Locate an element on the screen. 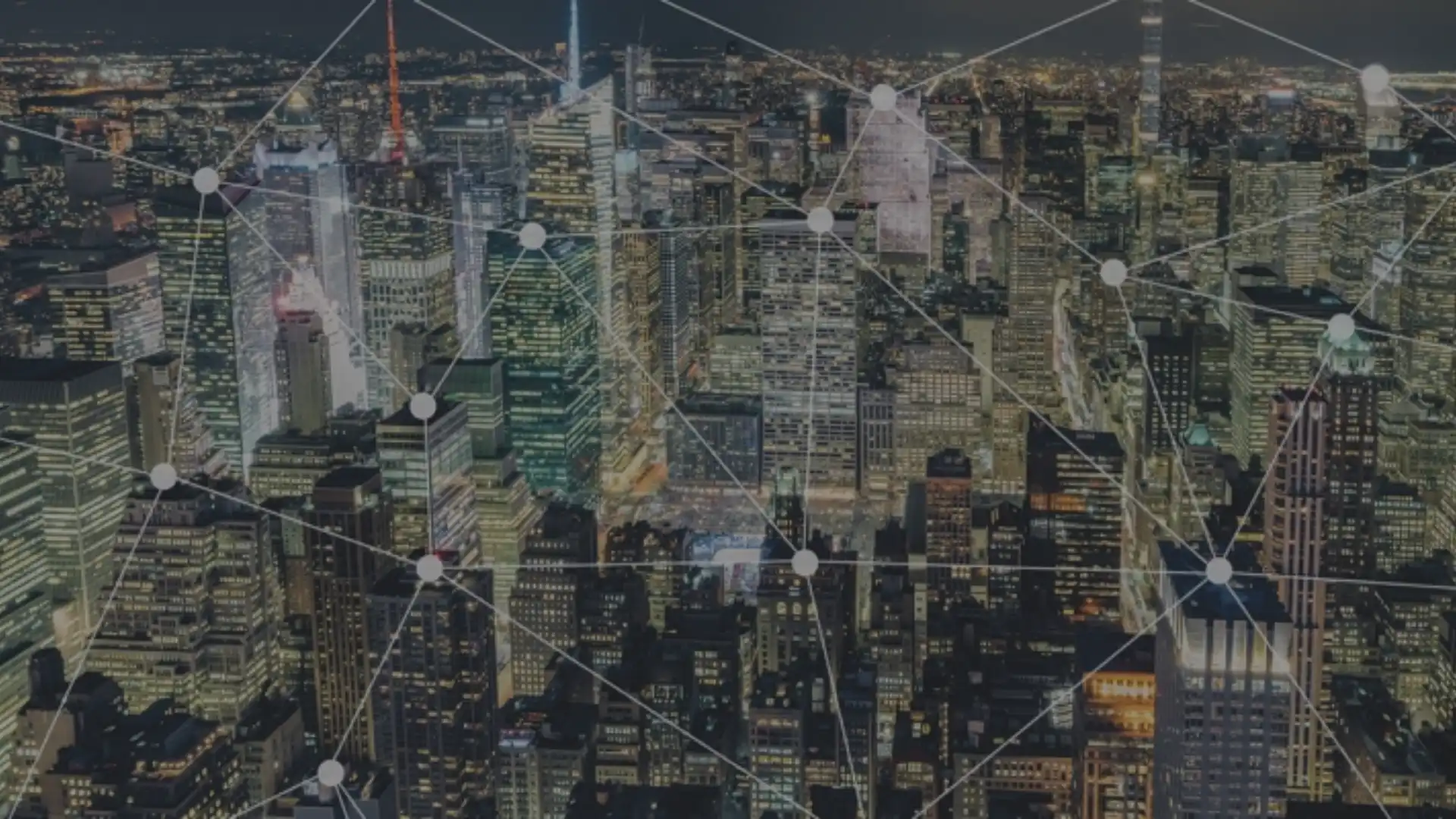 Image resolution: width=1456 pixels, height=819 pixels. Click to toggle search form is located at coordinates (1175, 55).